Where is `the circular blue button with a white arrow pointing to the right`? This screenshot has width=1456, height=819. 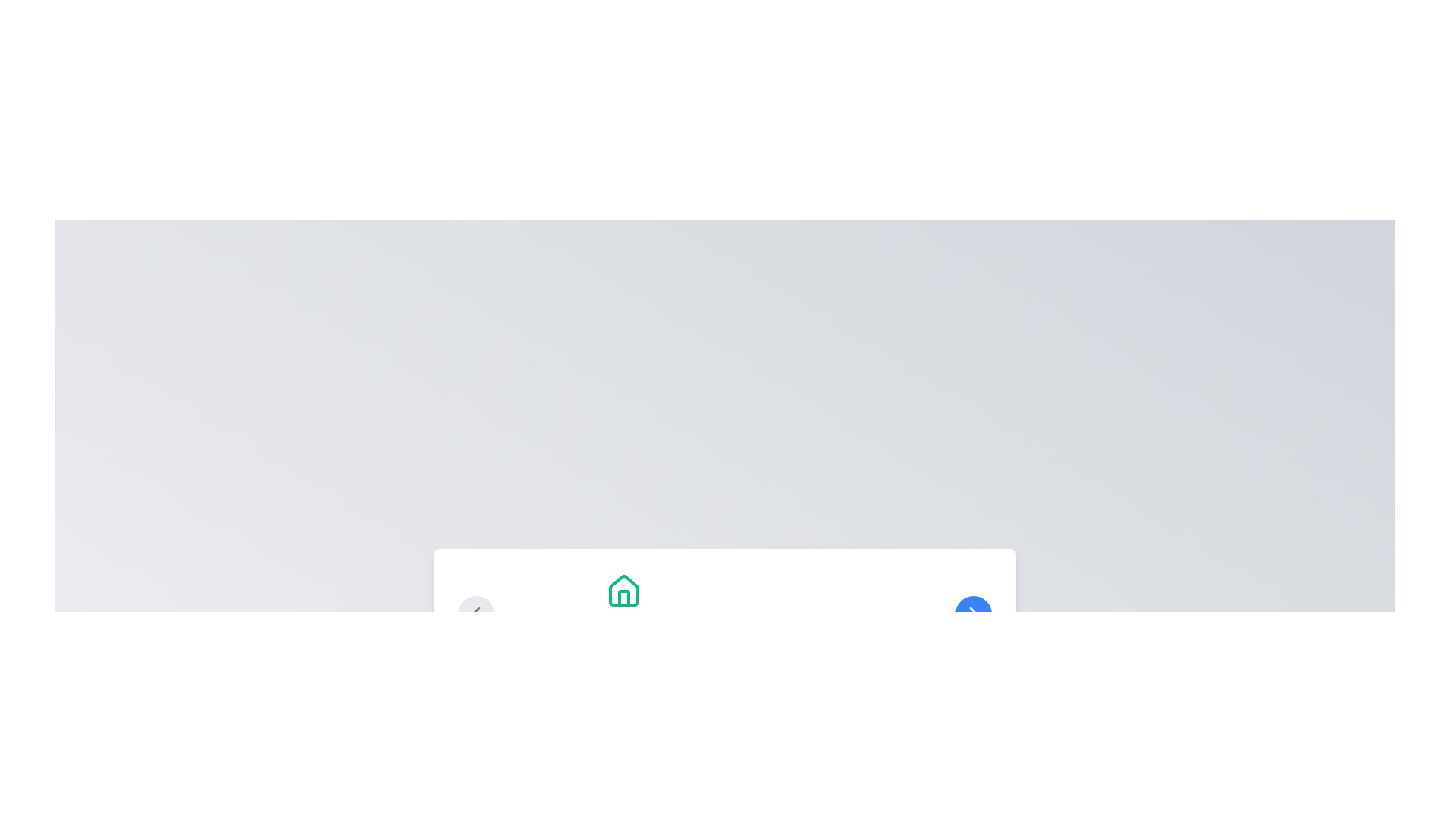 the circular blue button with a white arrow pointing to the right is located at coordinates (973, 614).